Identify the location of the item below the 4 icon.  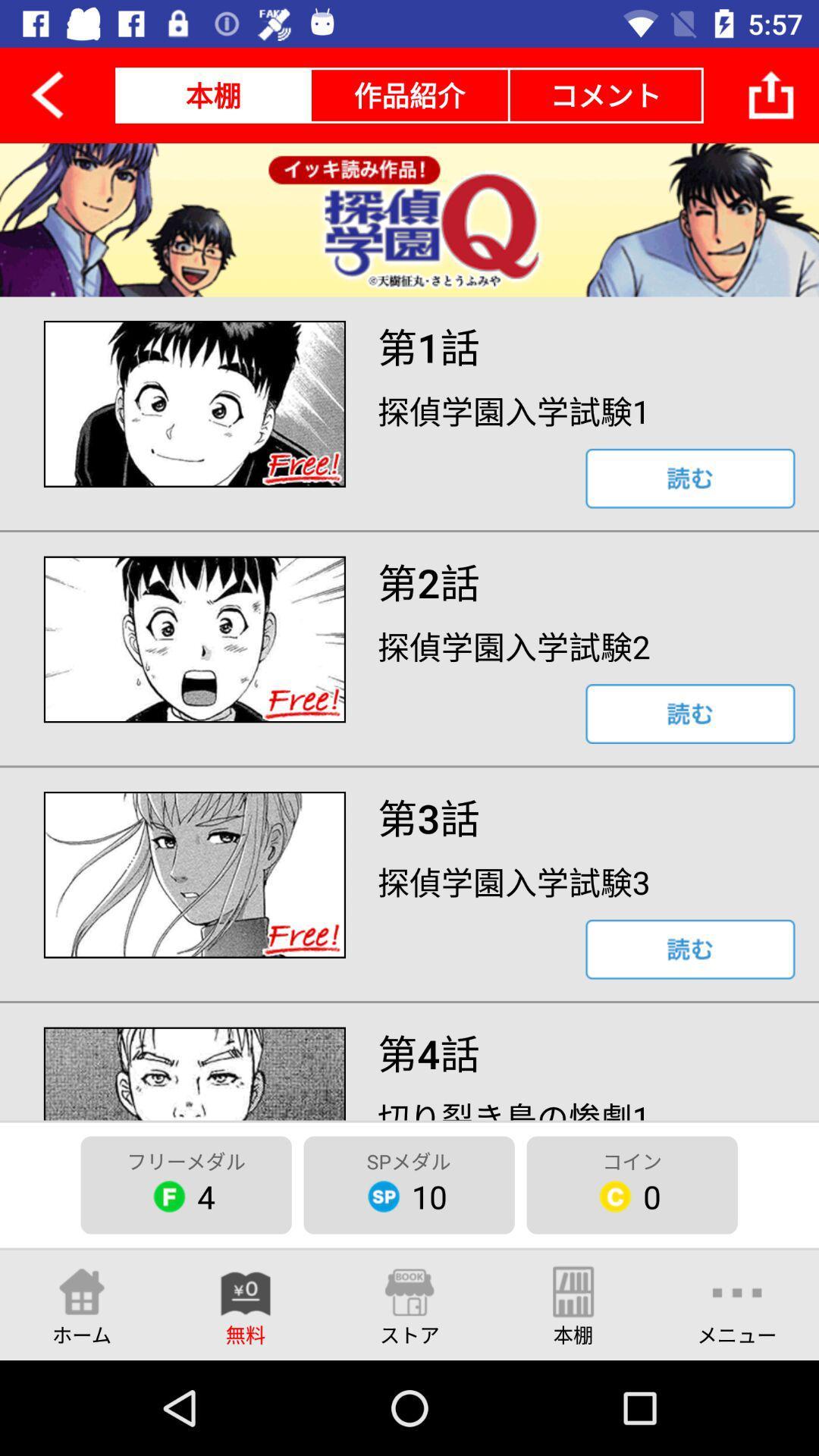
(82, 1304).